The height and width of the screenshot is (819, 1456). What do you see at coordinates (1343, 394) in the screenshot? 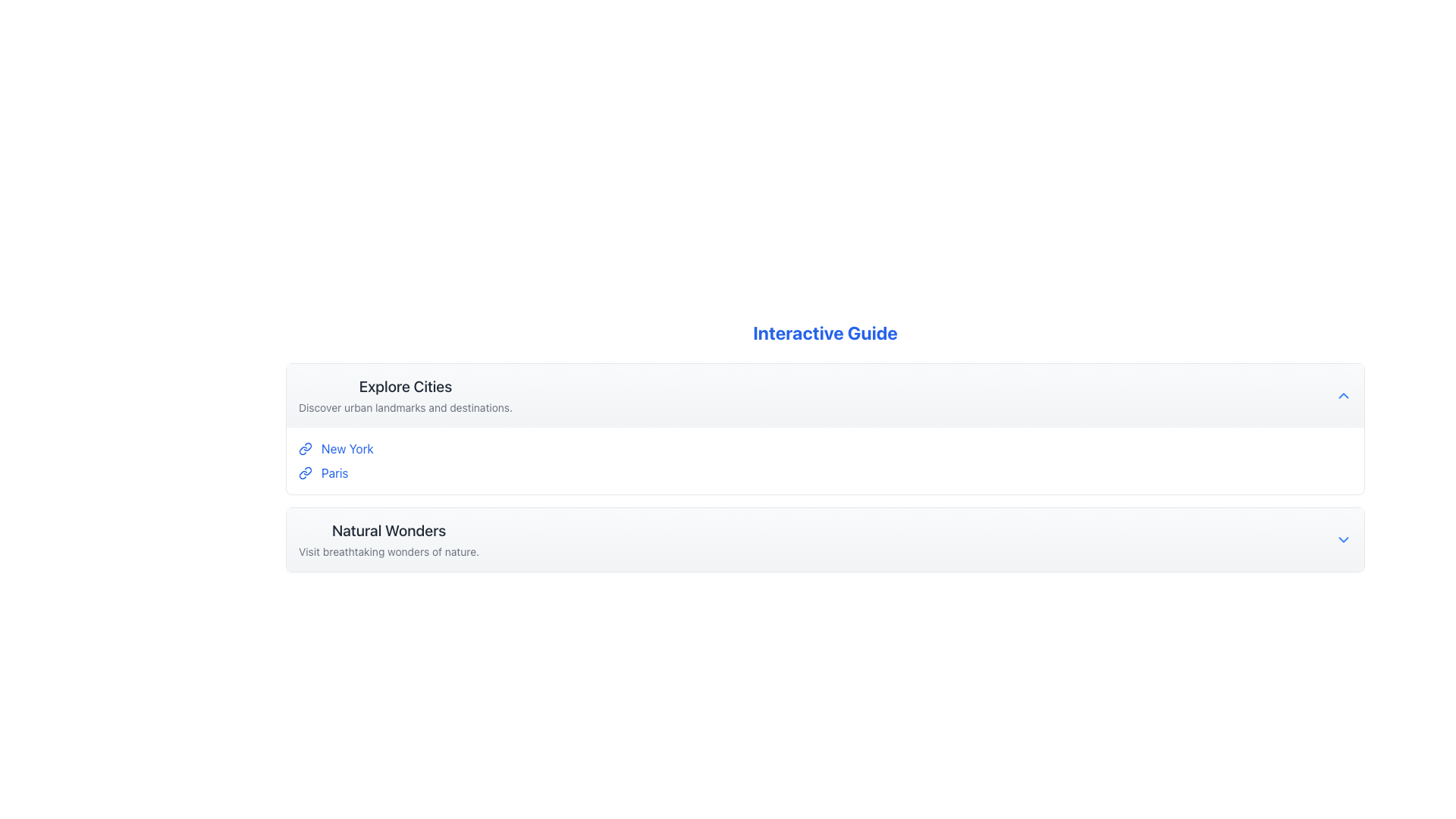
I see `the Icon button located at the top right corner of the 'Explore Cities' card` at bounding box center [1343, 394].